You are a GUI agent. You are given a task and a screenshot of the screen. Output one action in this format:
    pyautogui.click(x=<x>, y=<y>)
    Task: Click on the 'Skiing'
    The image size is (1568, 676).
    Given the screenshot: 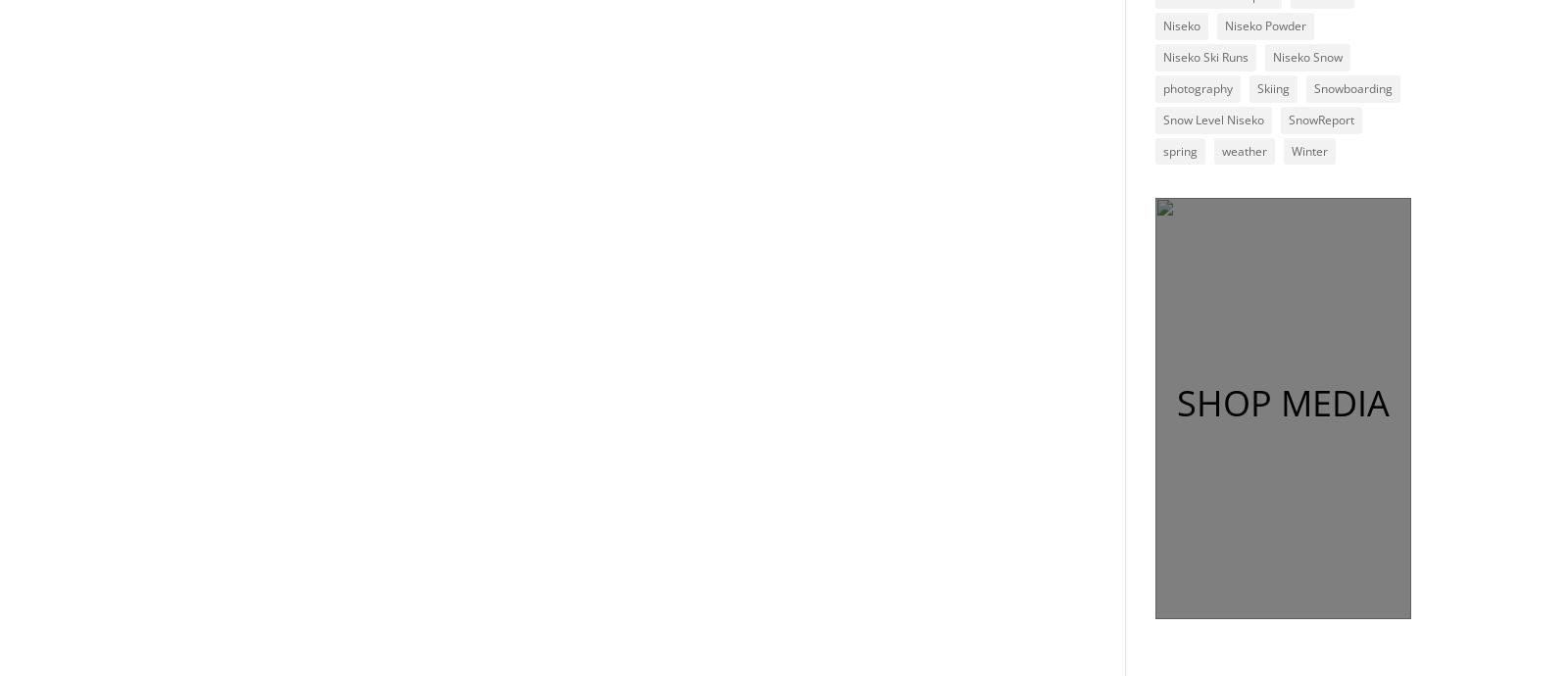 What is the action you would take?
    pyautogui.click(x=1271, y=87)
    